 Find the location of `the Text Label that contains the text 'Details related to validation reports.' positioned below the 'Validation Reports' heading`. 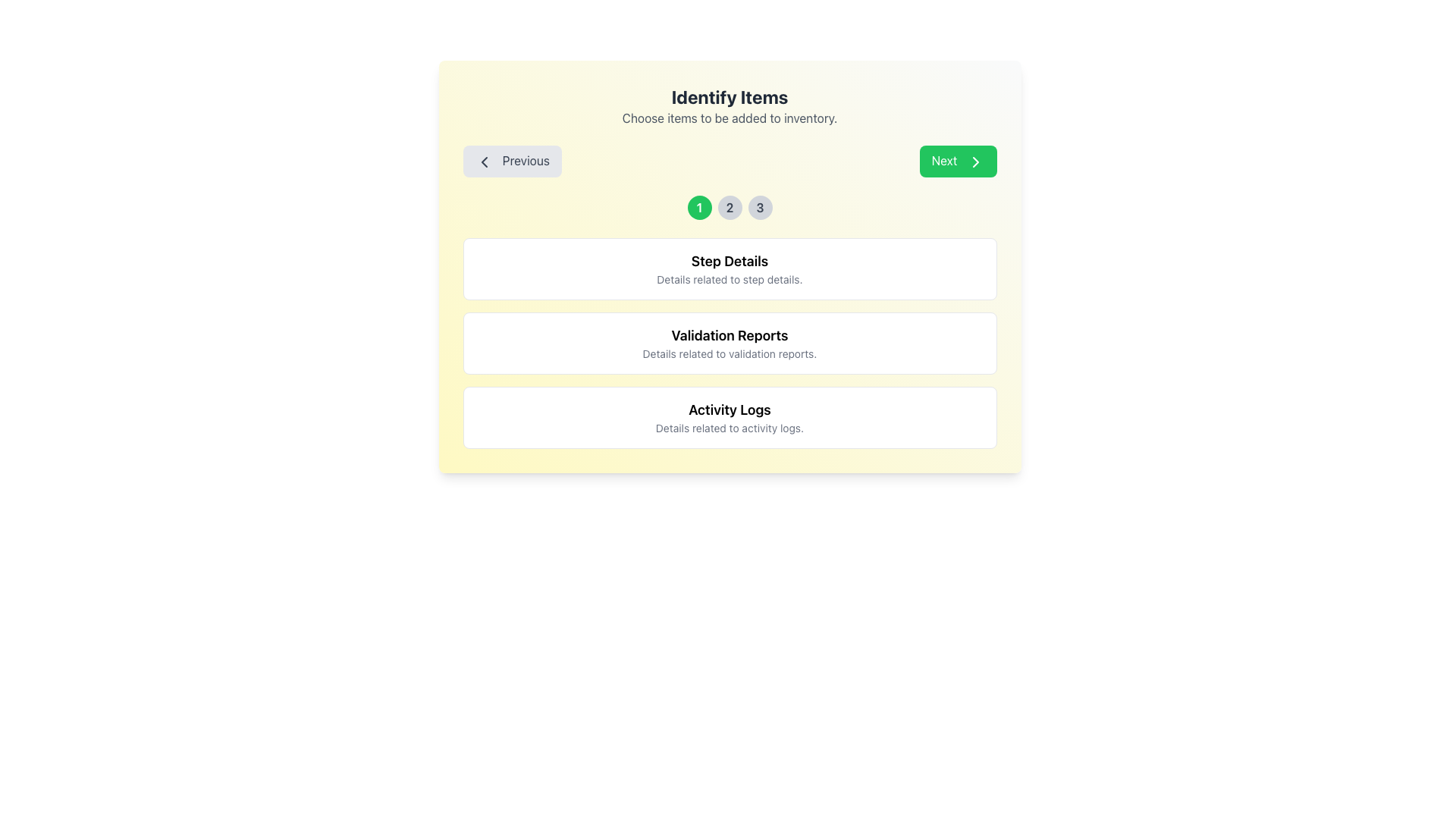

the Text Label that contains the text 'Details related to validation reports.' positioned below the 'Validation Reports' heading is located at coordinates (730, 353).